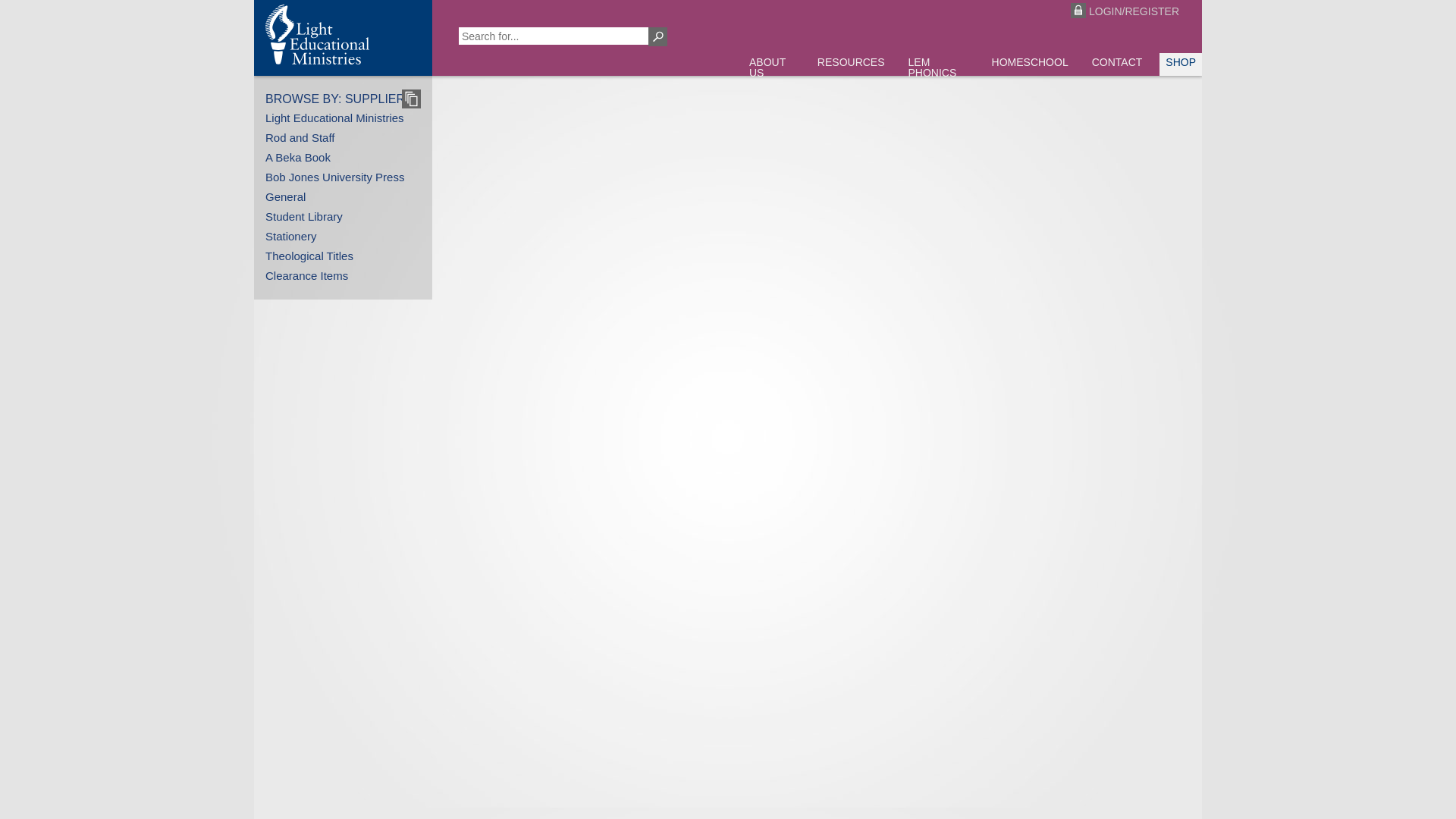 This screenshot has height=819, width=1456. What do you see at coordinates (902, 70) in the screenshot?
I see `'LEM PHONICS'` at bounding box center [902, 70].